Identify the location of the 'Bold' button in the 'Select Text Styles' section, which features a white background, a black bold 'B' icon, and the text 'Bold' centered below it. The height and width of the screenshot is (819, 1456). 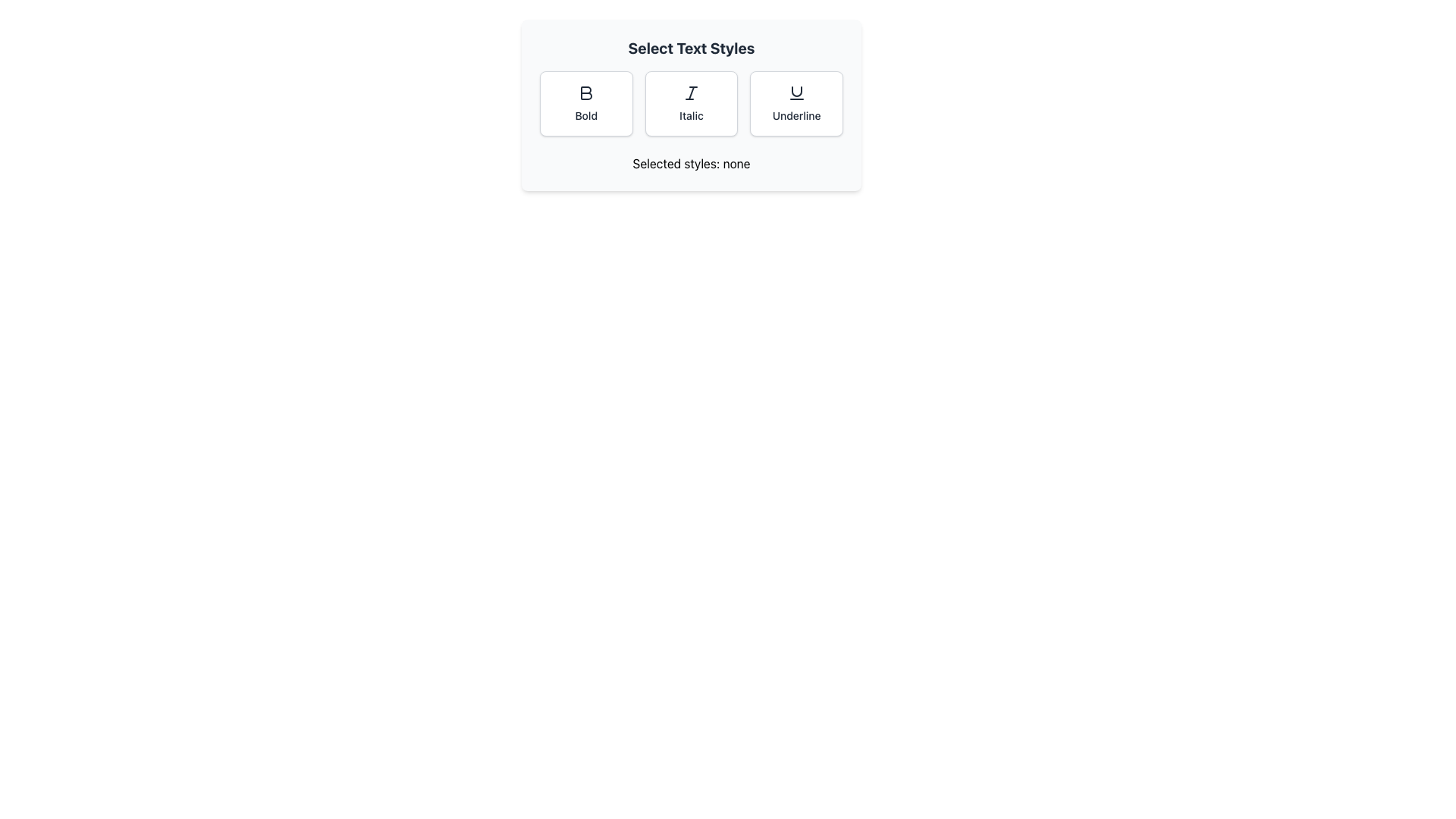
(585, 103).